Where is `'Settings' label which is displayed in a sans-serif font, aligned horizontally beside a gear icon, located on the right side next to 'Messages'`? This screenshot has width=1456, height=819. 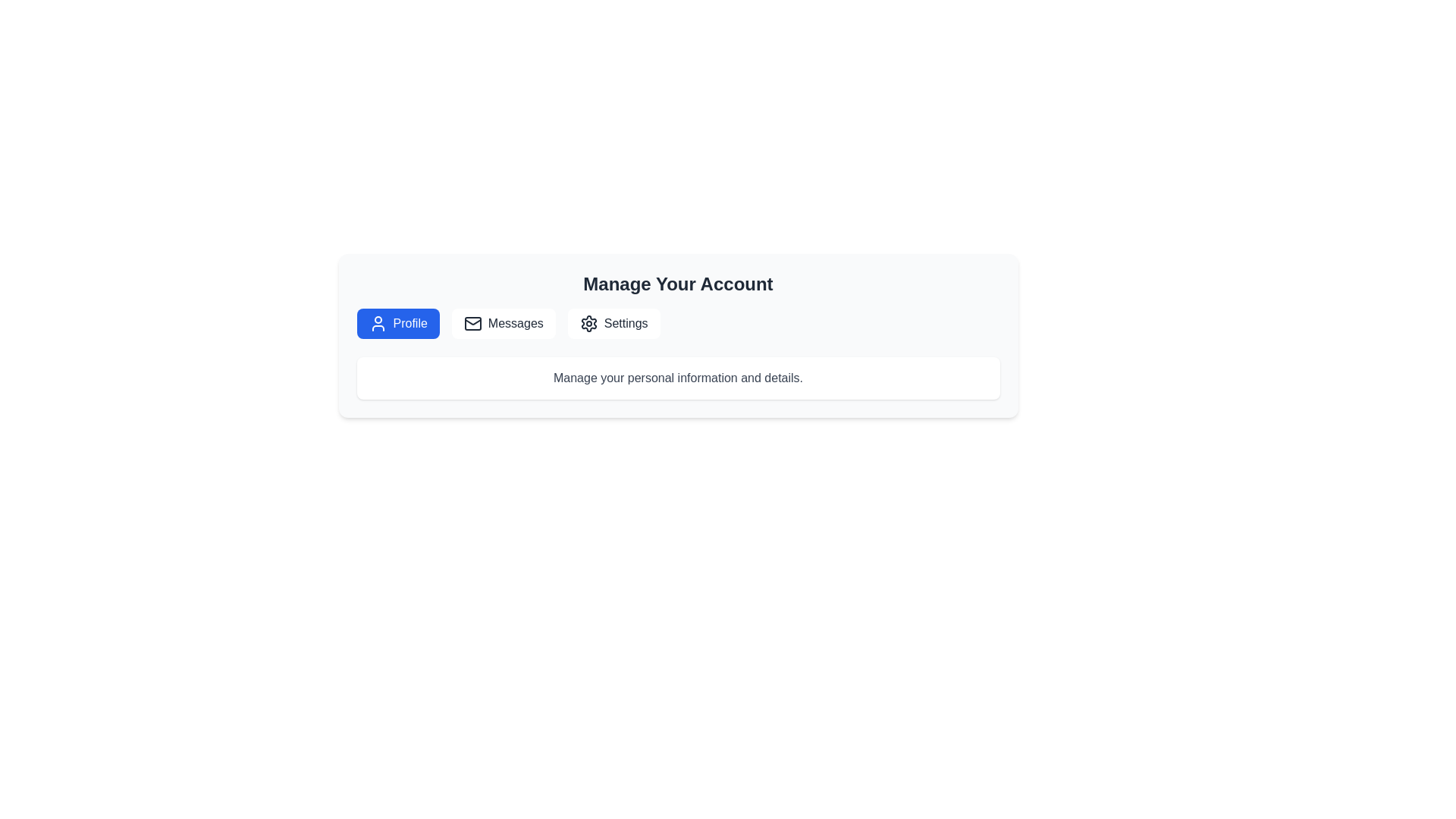 'Settings' label which is displayed in a sans-serif font, aligned horizontally beside a gear icon, located on the right side next to 'Messages' is located at coordinates (626, 323).